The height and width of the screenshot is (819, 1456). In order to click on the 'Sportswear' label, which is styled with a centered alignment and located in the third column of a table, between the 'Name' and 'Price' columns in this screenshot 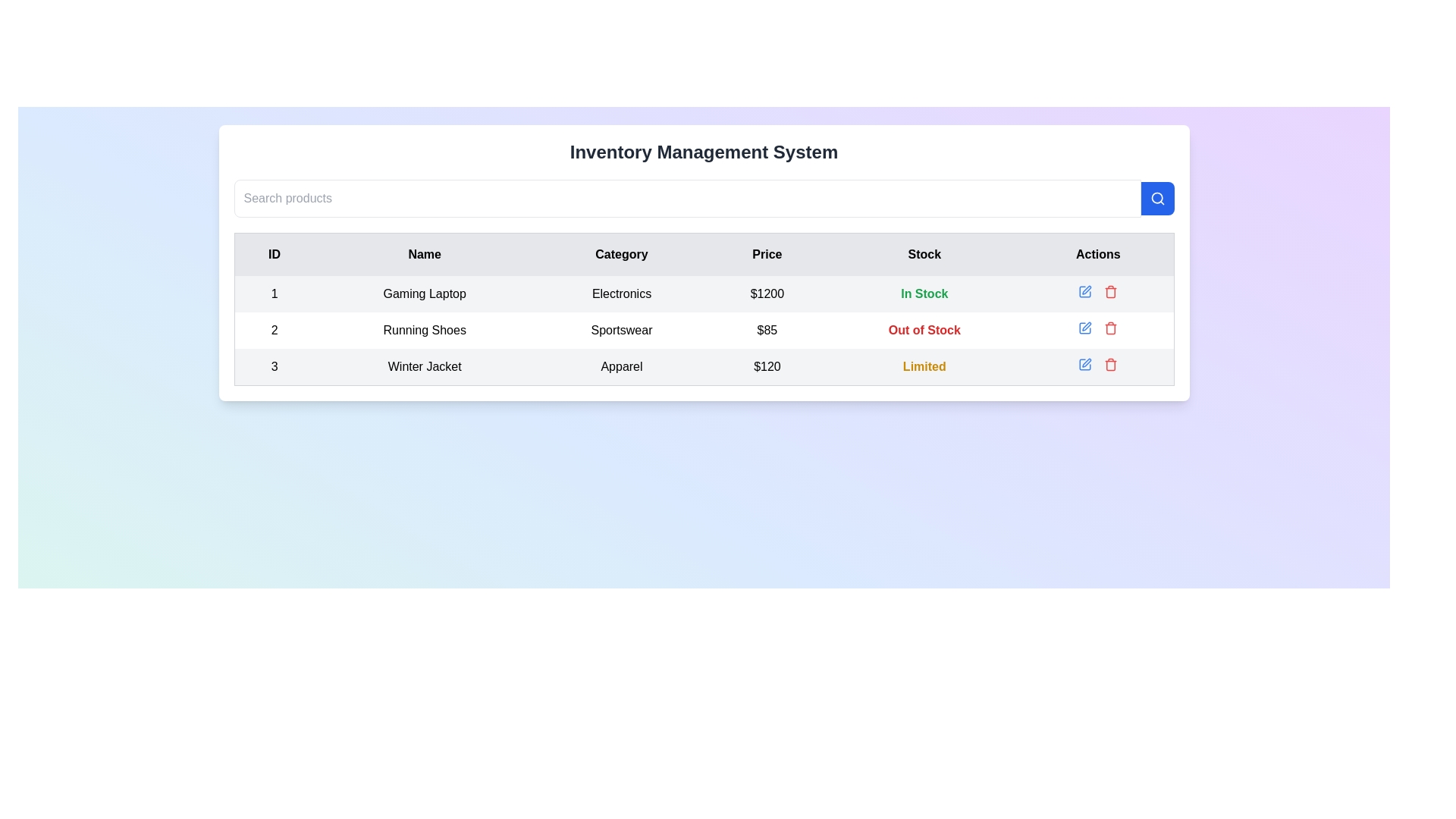, I will do `click(622, 329)`.